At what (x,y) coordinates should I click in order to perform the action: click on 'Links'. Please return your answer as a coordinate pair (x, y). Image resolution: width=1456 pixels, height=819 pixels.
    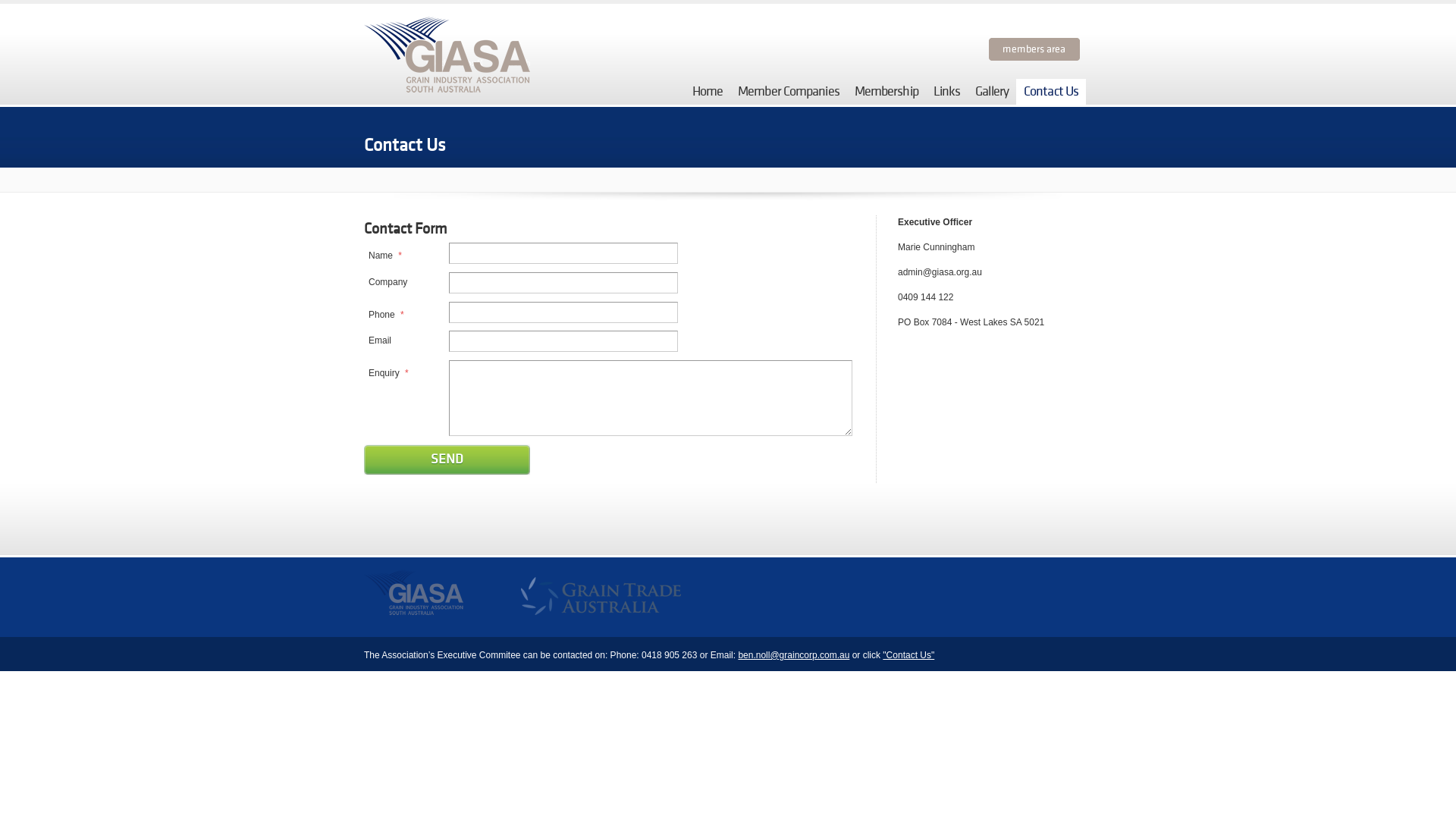
    Looking at the image, I should click on (946, 91).